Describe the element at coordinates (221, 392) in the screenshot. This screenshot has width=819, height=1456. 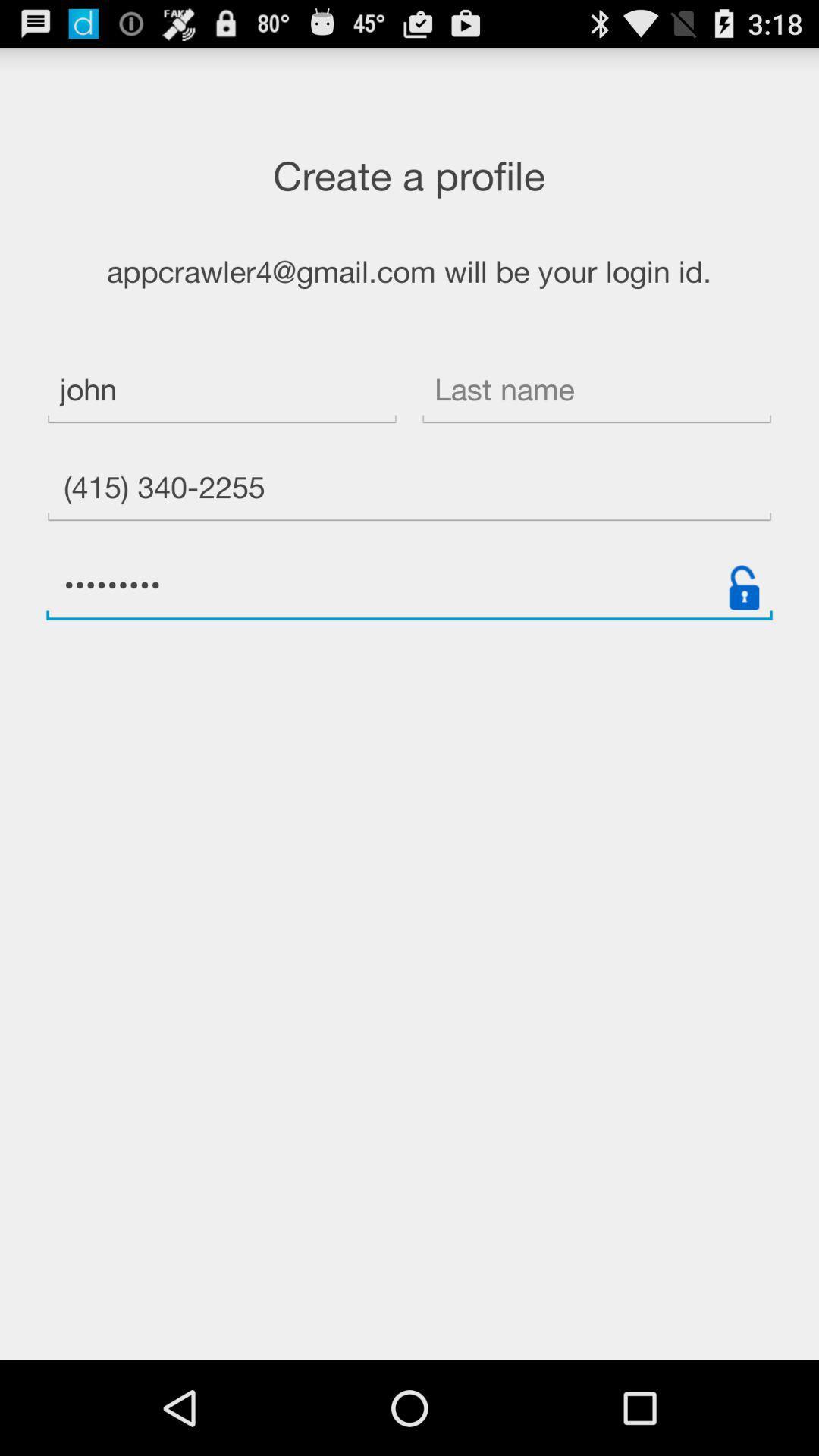
I see `the icon below the appcrawler4 gmail com item` at that location.